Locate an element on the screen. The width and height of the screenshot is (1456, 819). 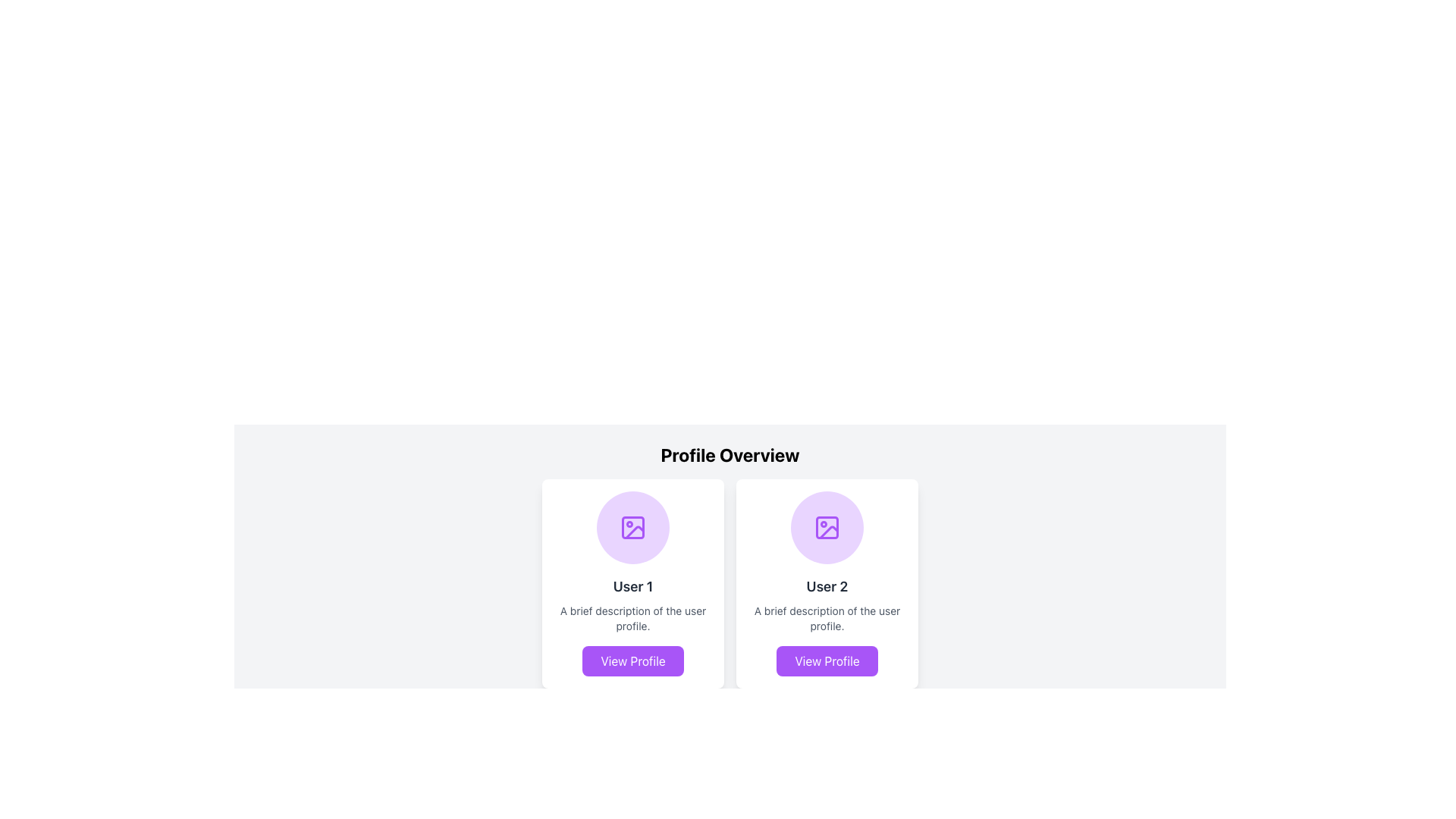
the purple minimalistic outline icon resembling a picture frame with a circular detail inside, located in the top-central part of 'User 1's profile card is located at coordinates (633, 526).